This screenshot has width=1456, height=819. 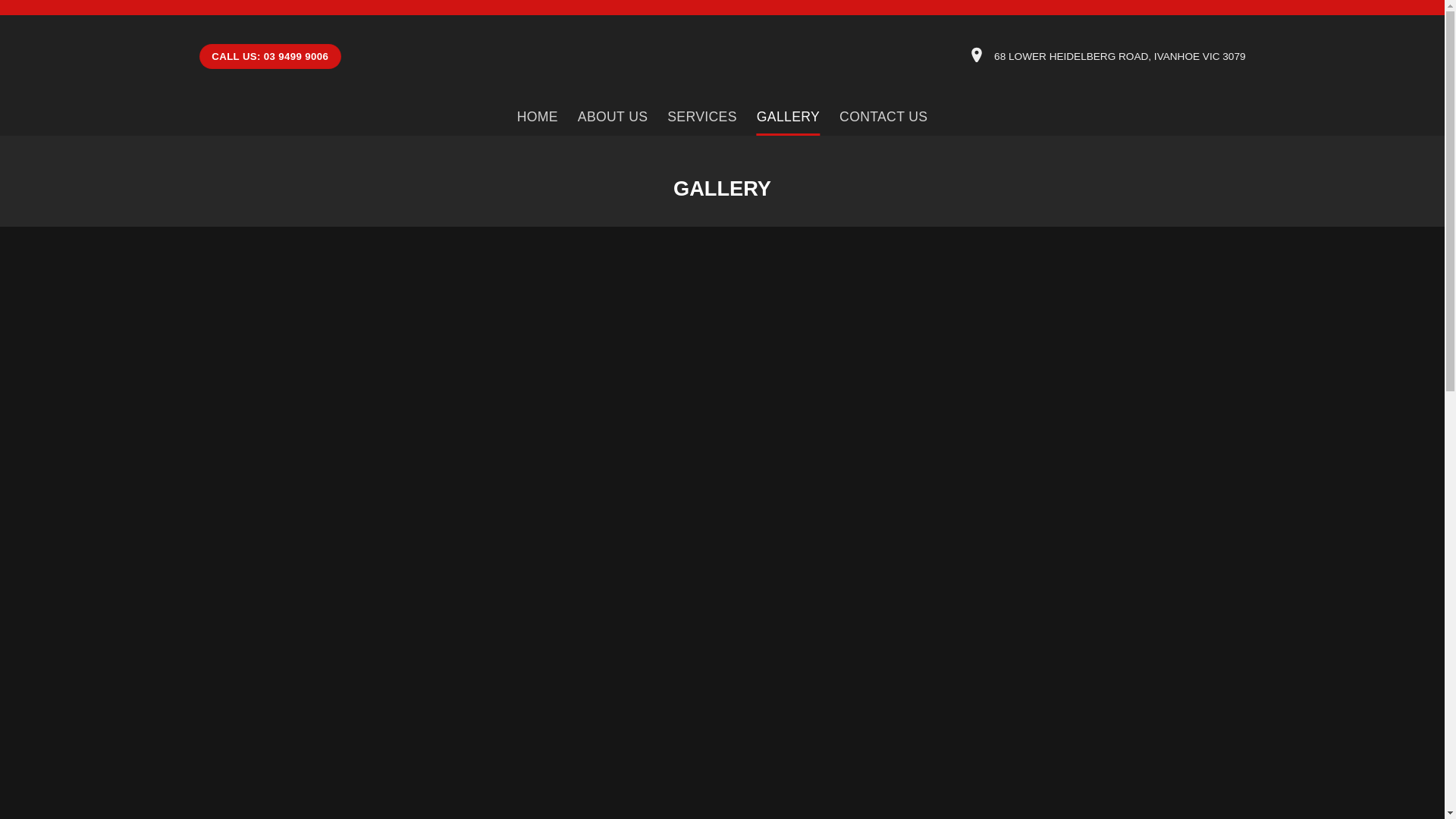 What do you see at coordinates (538, 116) in the screenshot?
I see `'HOME'` at bounding box center [538, 116].